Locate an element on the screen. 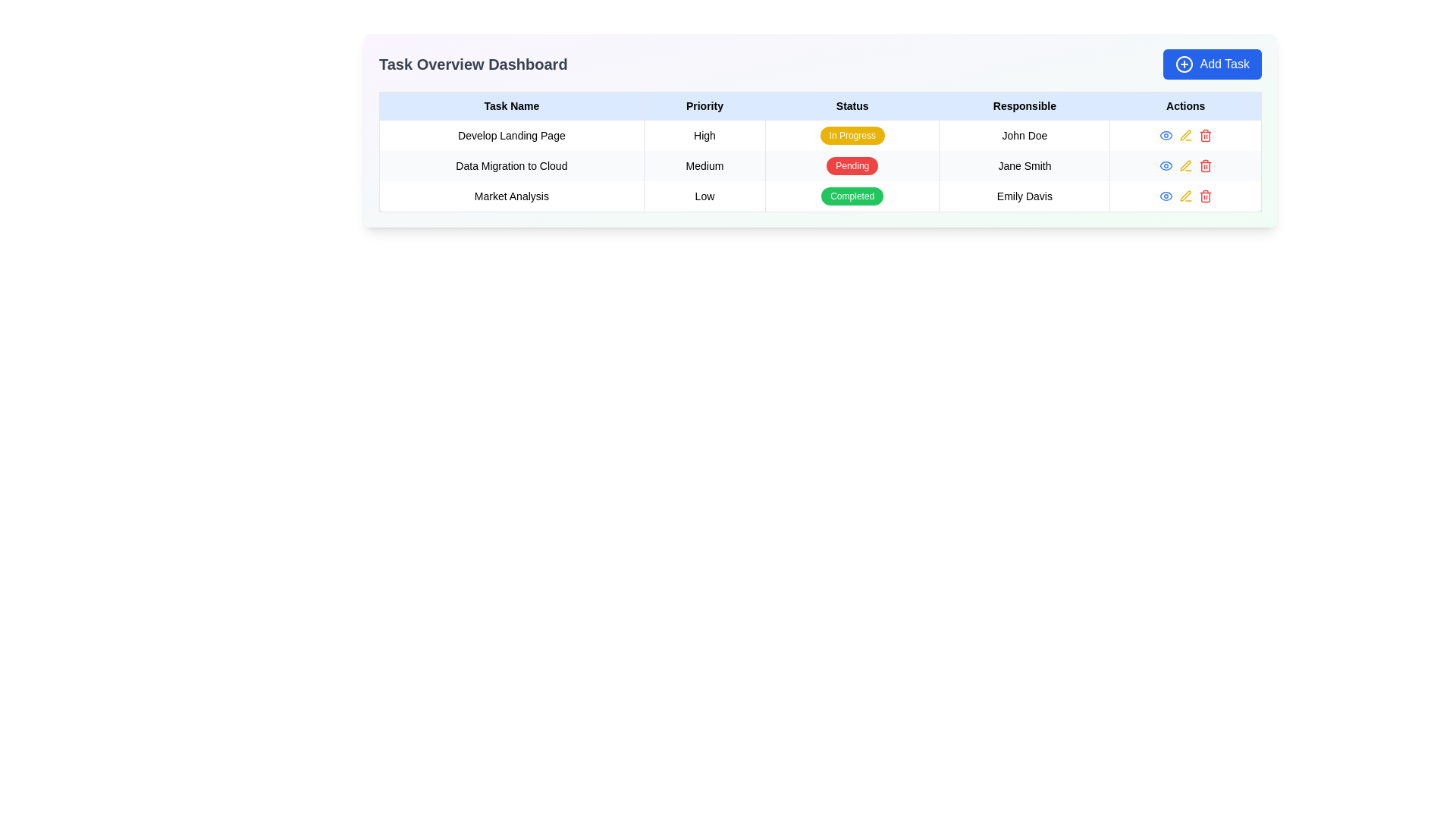 This screenshot has width=1456, height=819. the static text label displaying 'John Doe' in the 'Responsible' column of the table for the task 'Develop Landing Page' is located at coordinates (1025, 134).